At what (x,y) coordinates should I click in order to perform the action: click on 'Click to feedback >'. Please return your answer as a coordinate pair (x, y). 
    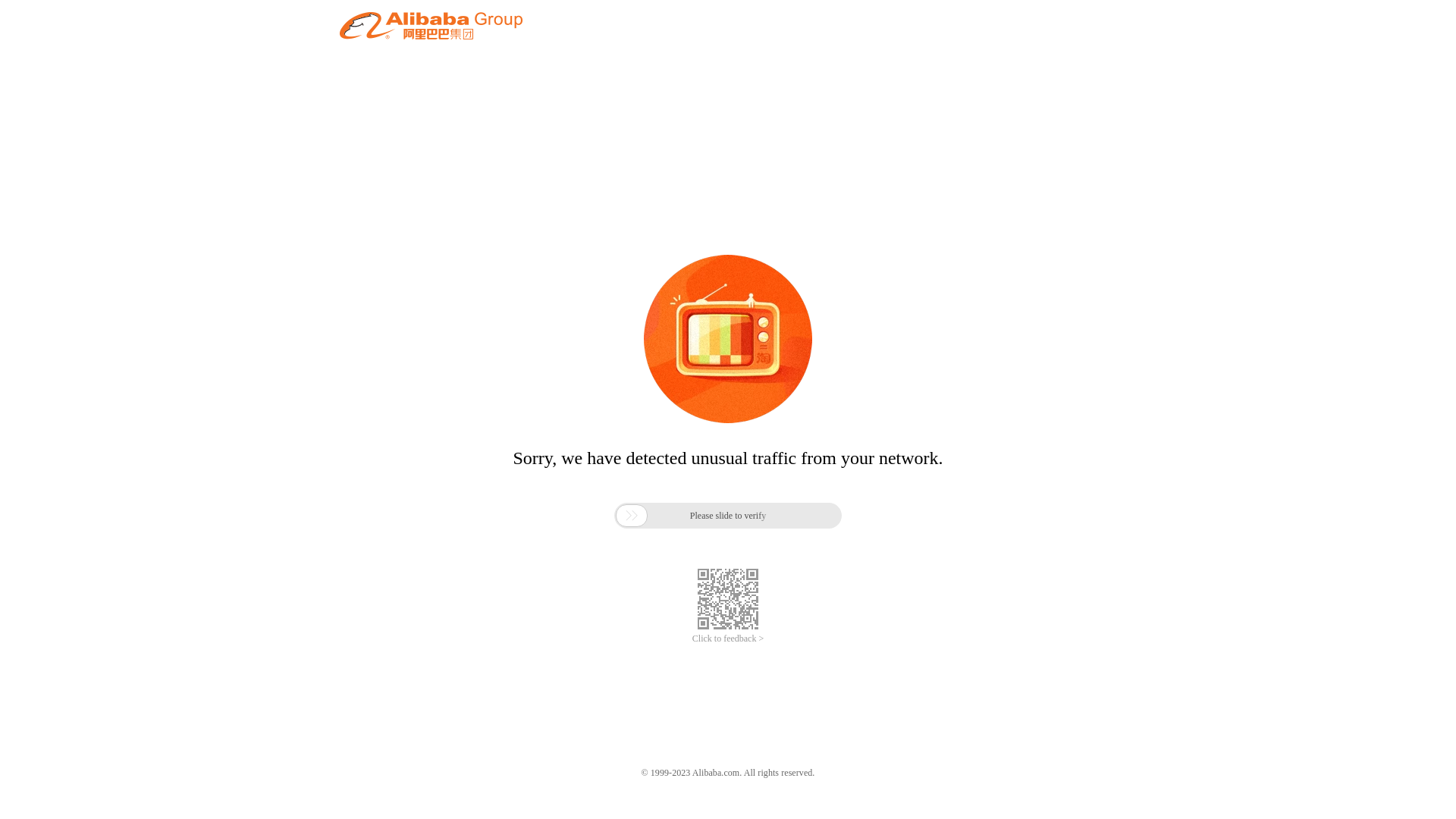
    Looking at the image, I should click on (728, 639).